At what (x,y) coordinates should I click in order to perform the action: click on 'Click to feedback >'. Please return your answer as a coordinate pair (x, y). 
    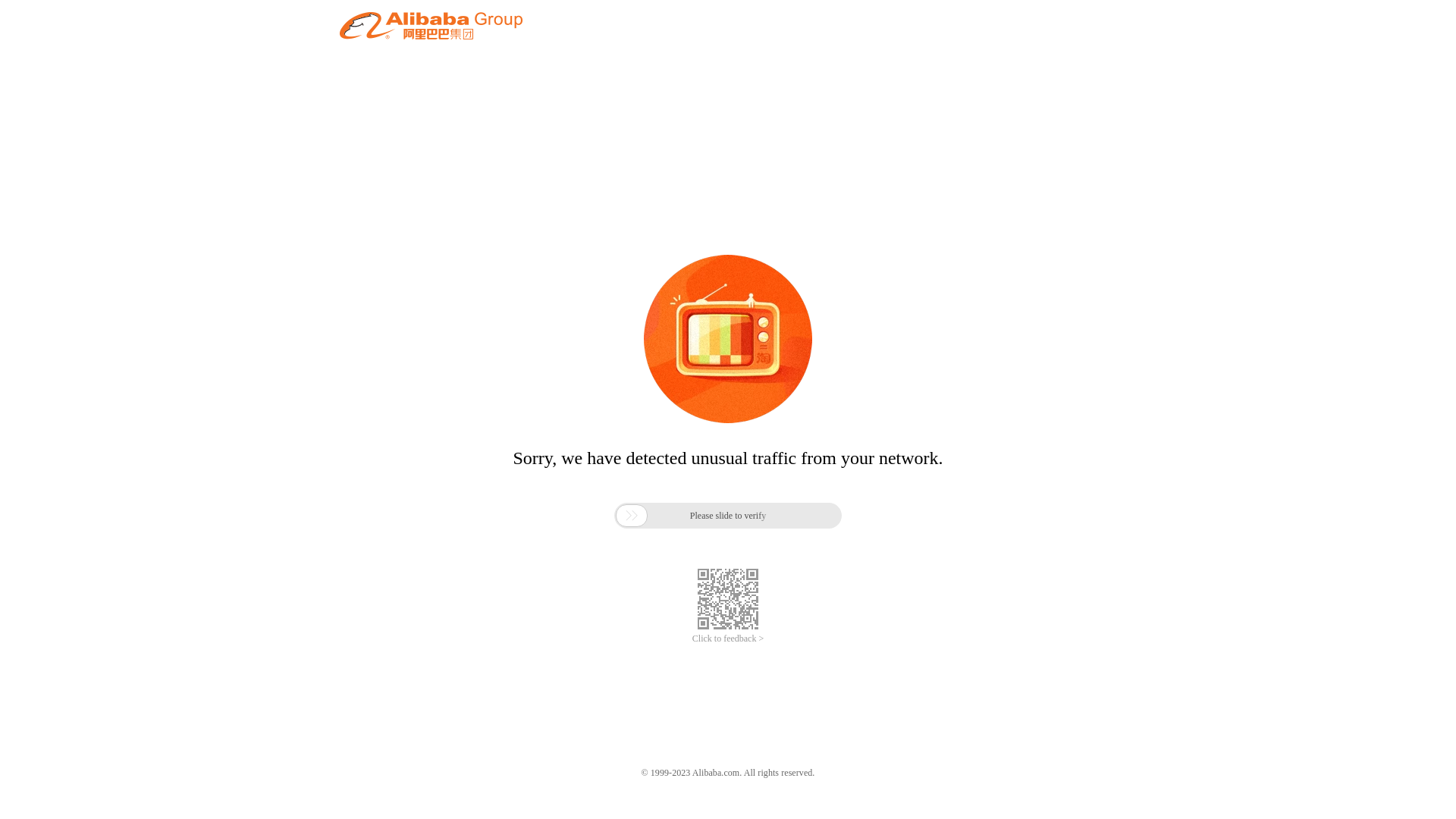
    Looking at the image, I should click on (728, 639).